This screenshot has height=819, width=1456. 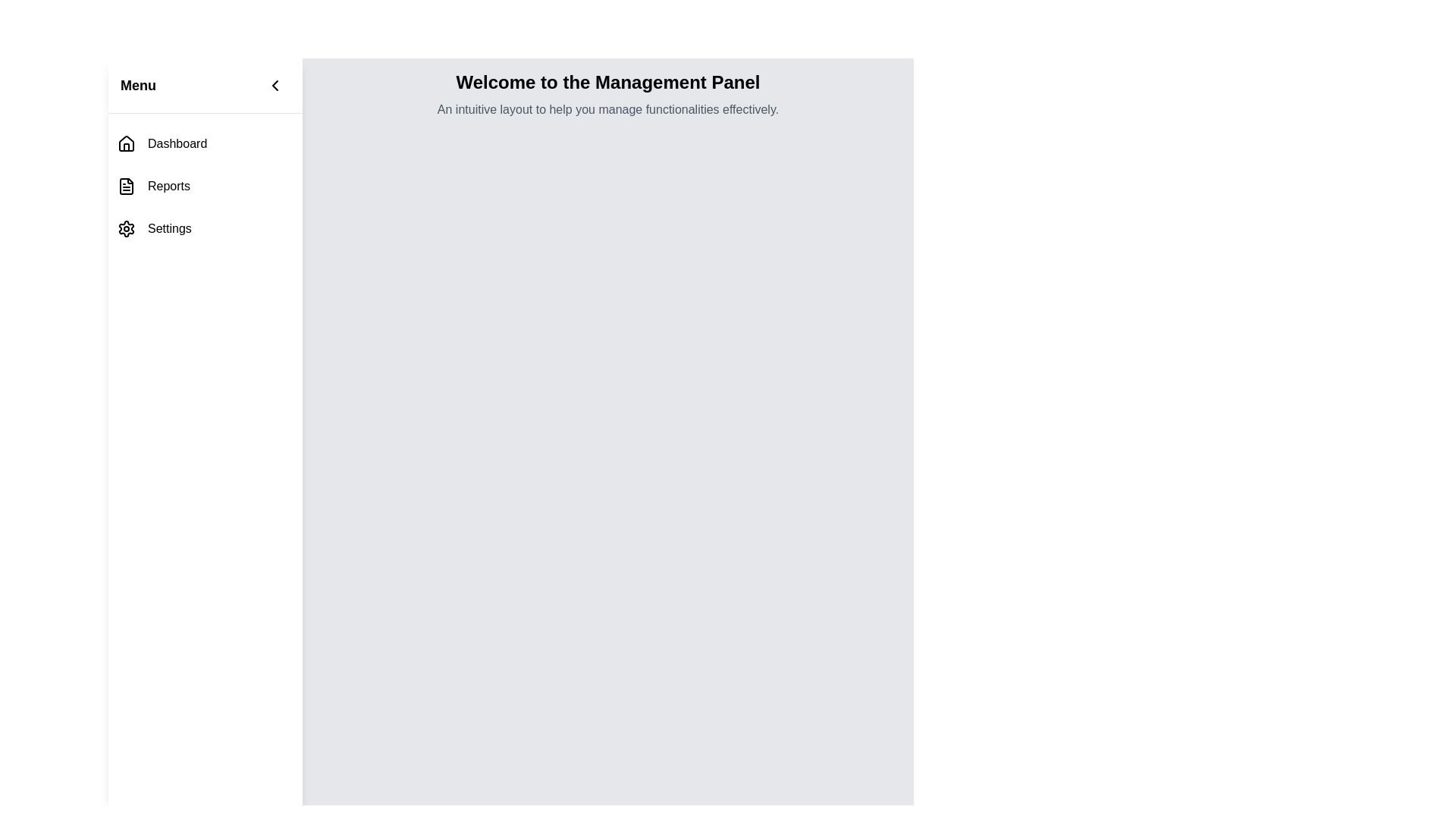 What do you see at coordinates (127, 143) in the screenshot?
I see `the house-shaped icon` at bounding box center [127, 143].